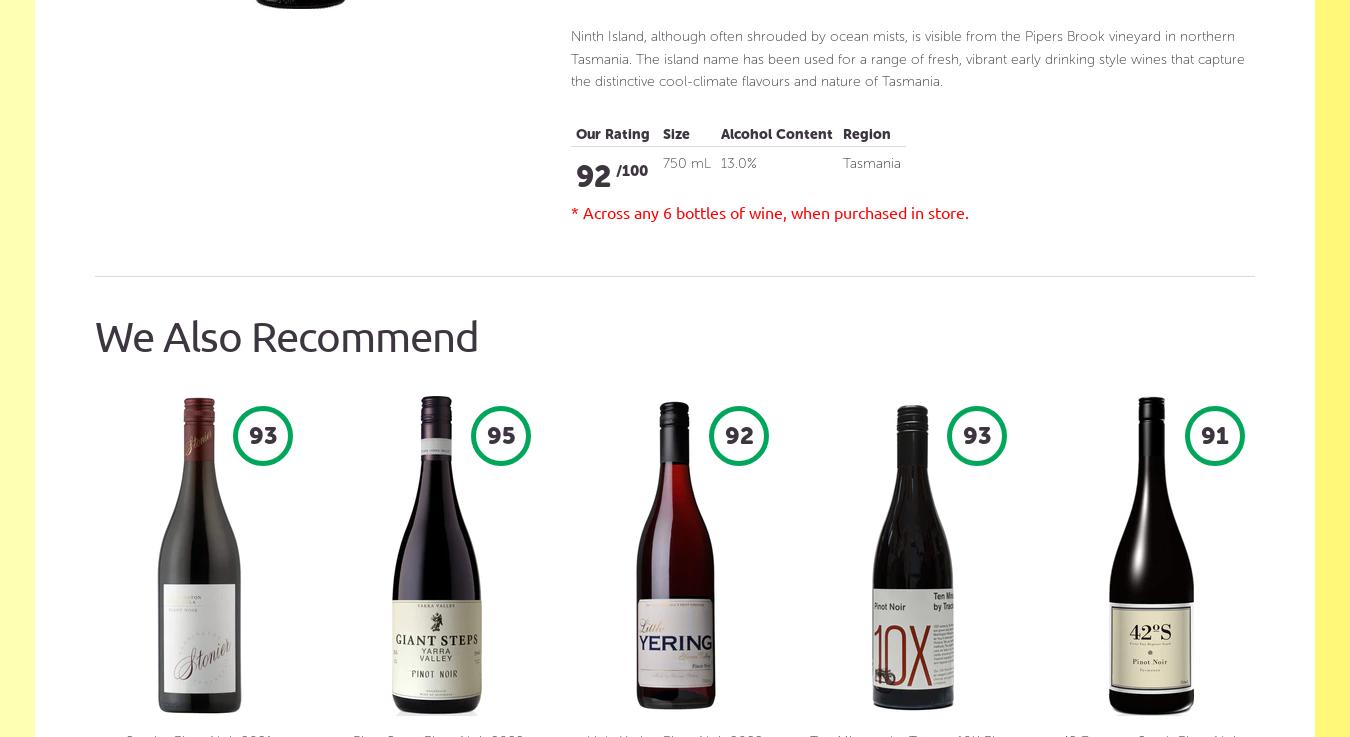 This screenshot has height=737, width=1350. What do you see at coordinates (813, 273) in the screenshot?
I see `'Full Strength Beer'` at bounding box center [813, 273].